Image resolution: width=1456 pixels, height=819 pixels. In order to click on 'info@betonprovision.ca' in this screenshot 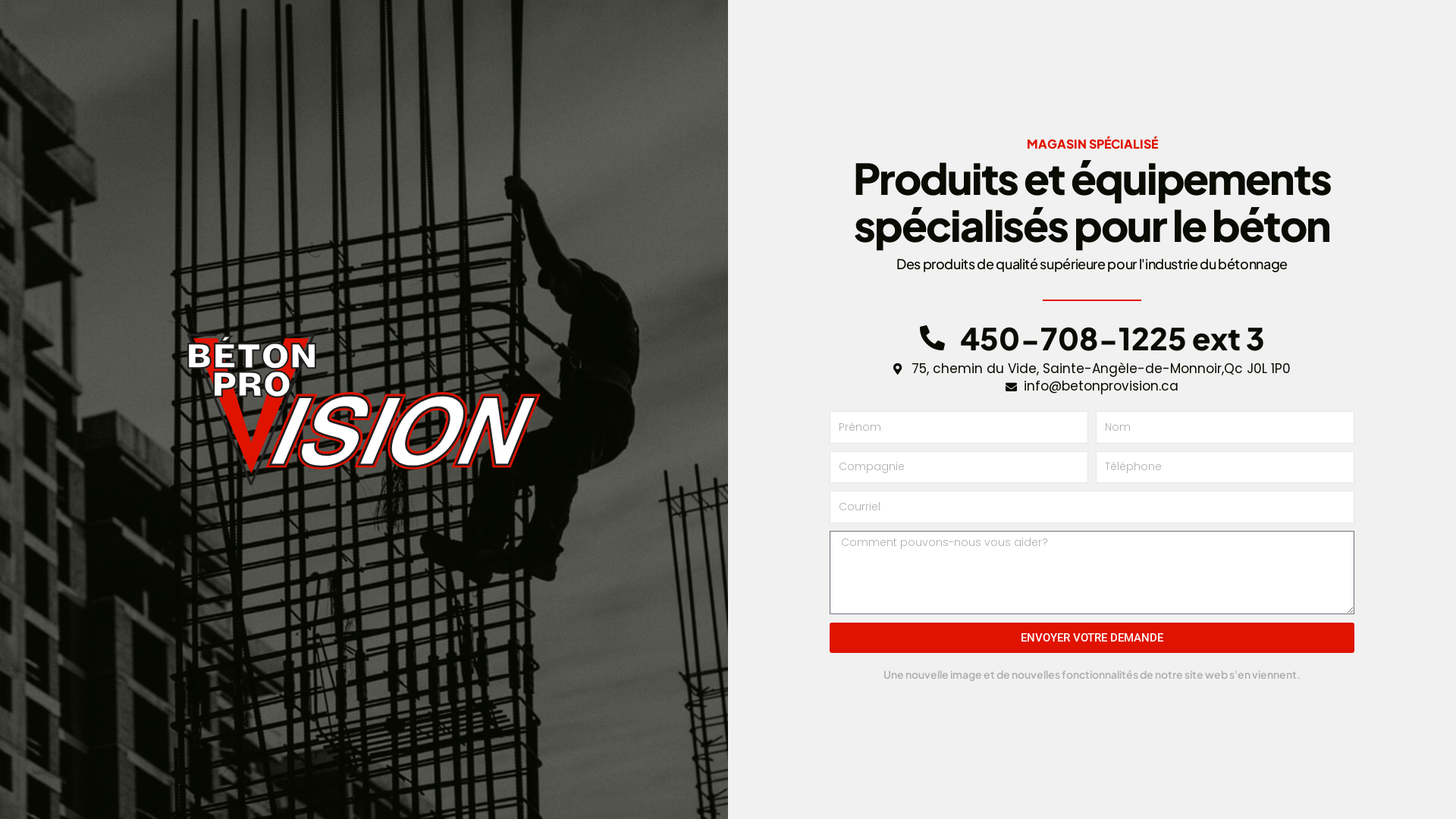, I will do `click(1092, 385)`.